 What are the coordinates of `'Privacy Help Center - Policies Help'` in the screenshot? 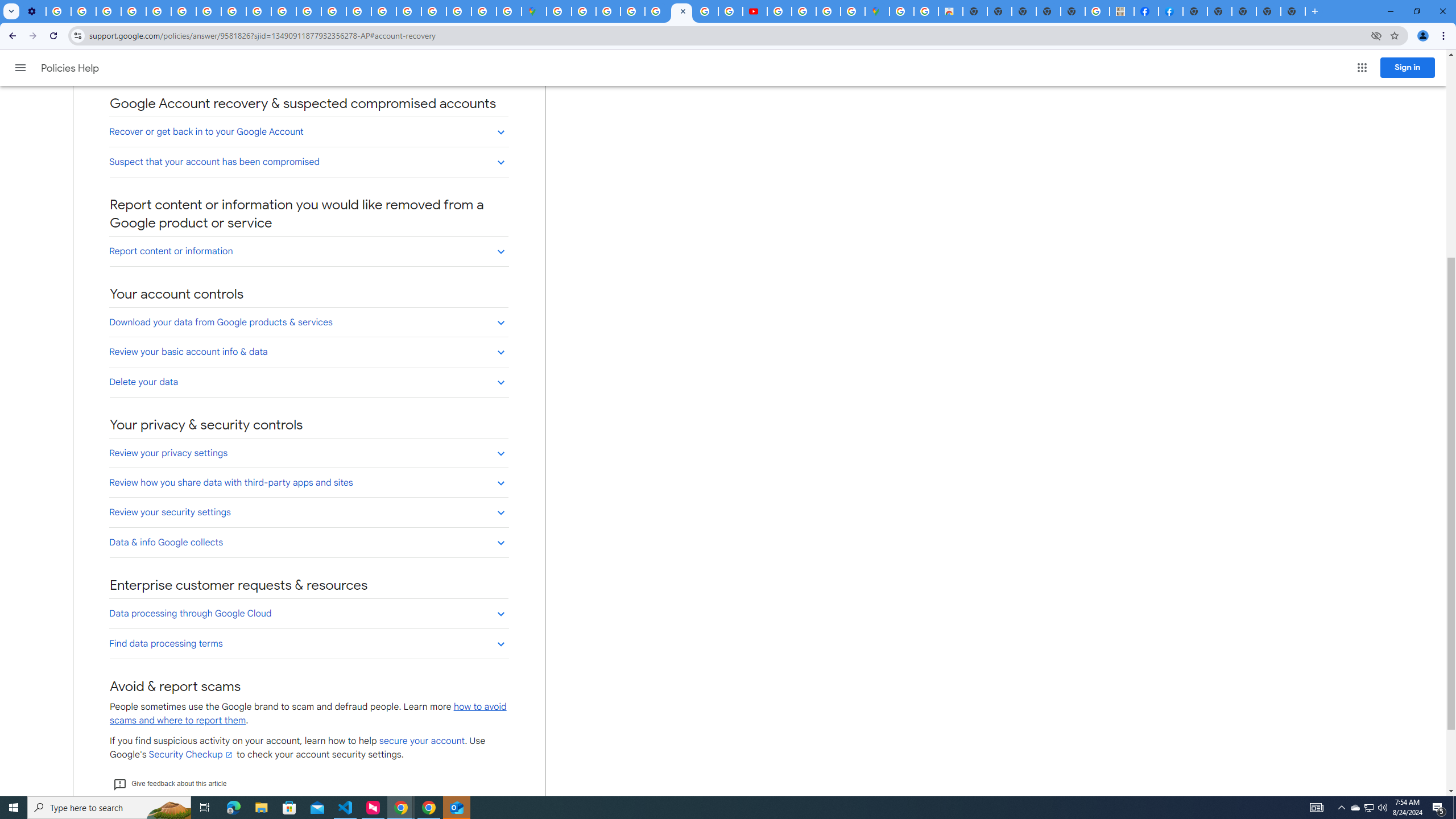 It's located at (158, 11).